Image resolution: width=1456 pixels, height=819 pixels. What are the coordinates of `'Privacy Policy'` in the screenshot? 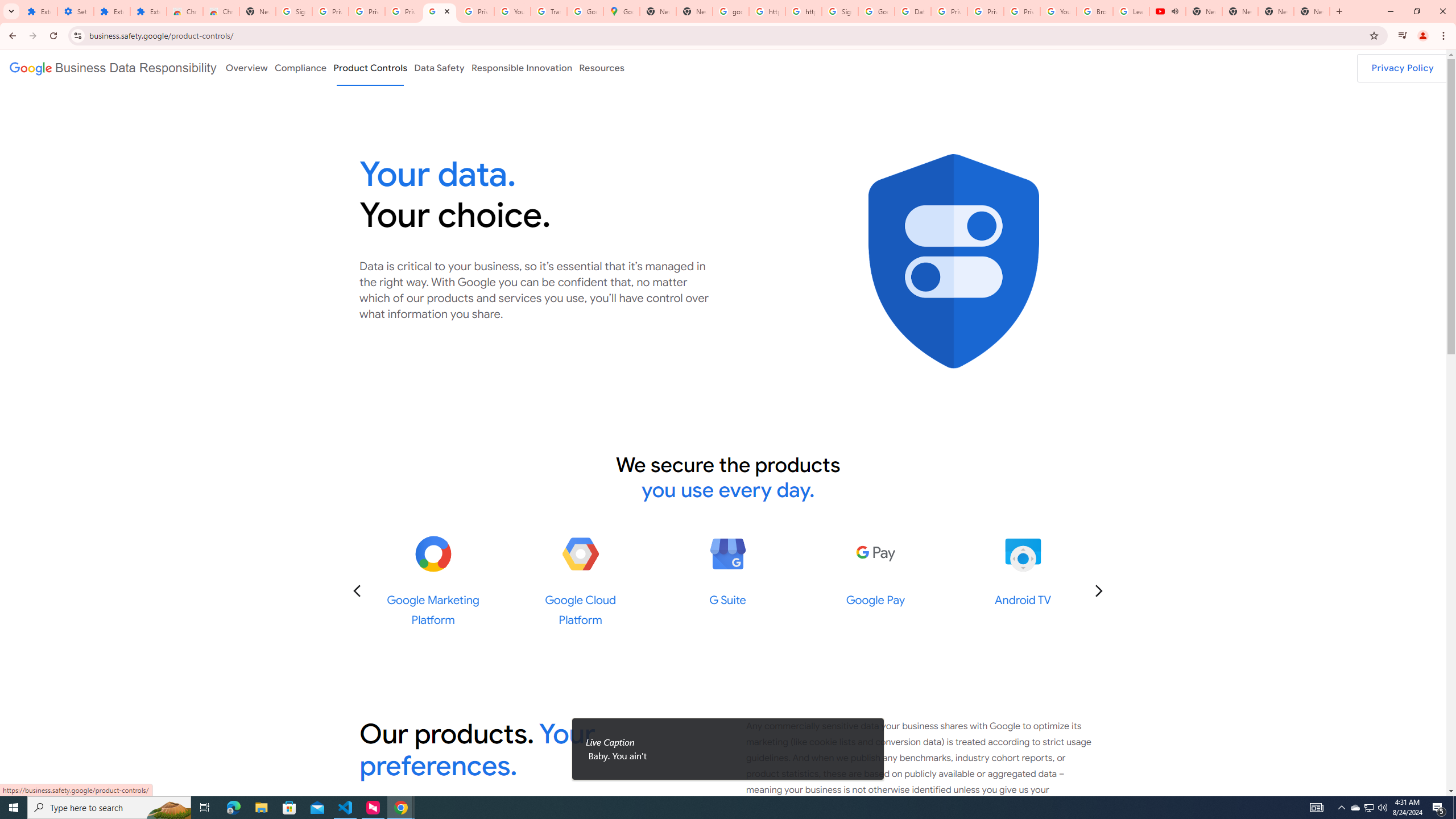 It's located at (1403, 68).